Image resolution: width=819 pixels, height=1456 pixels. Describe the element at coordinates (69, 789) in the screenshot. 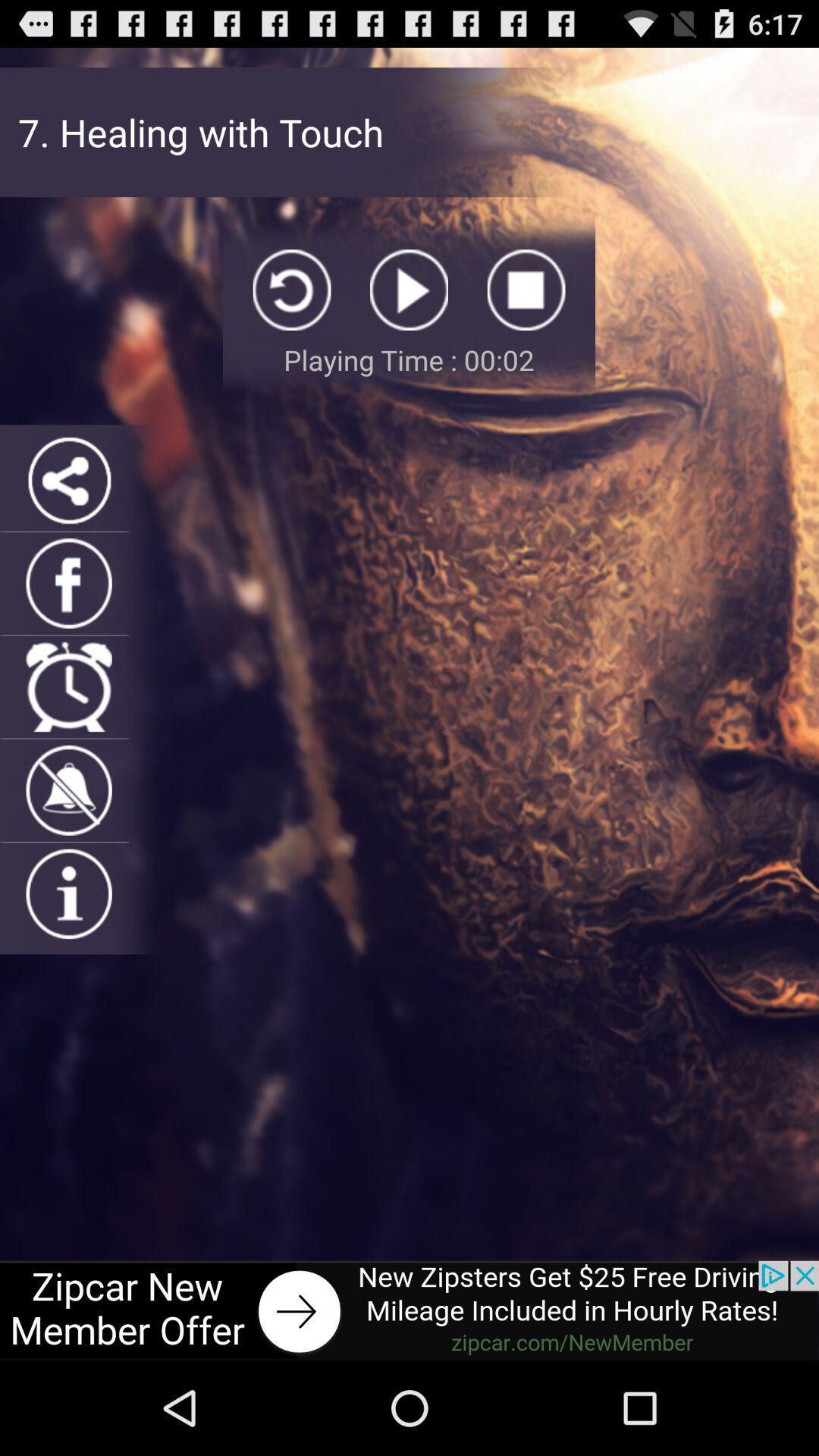

I see `bell igan` at that location.